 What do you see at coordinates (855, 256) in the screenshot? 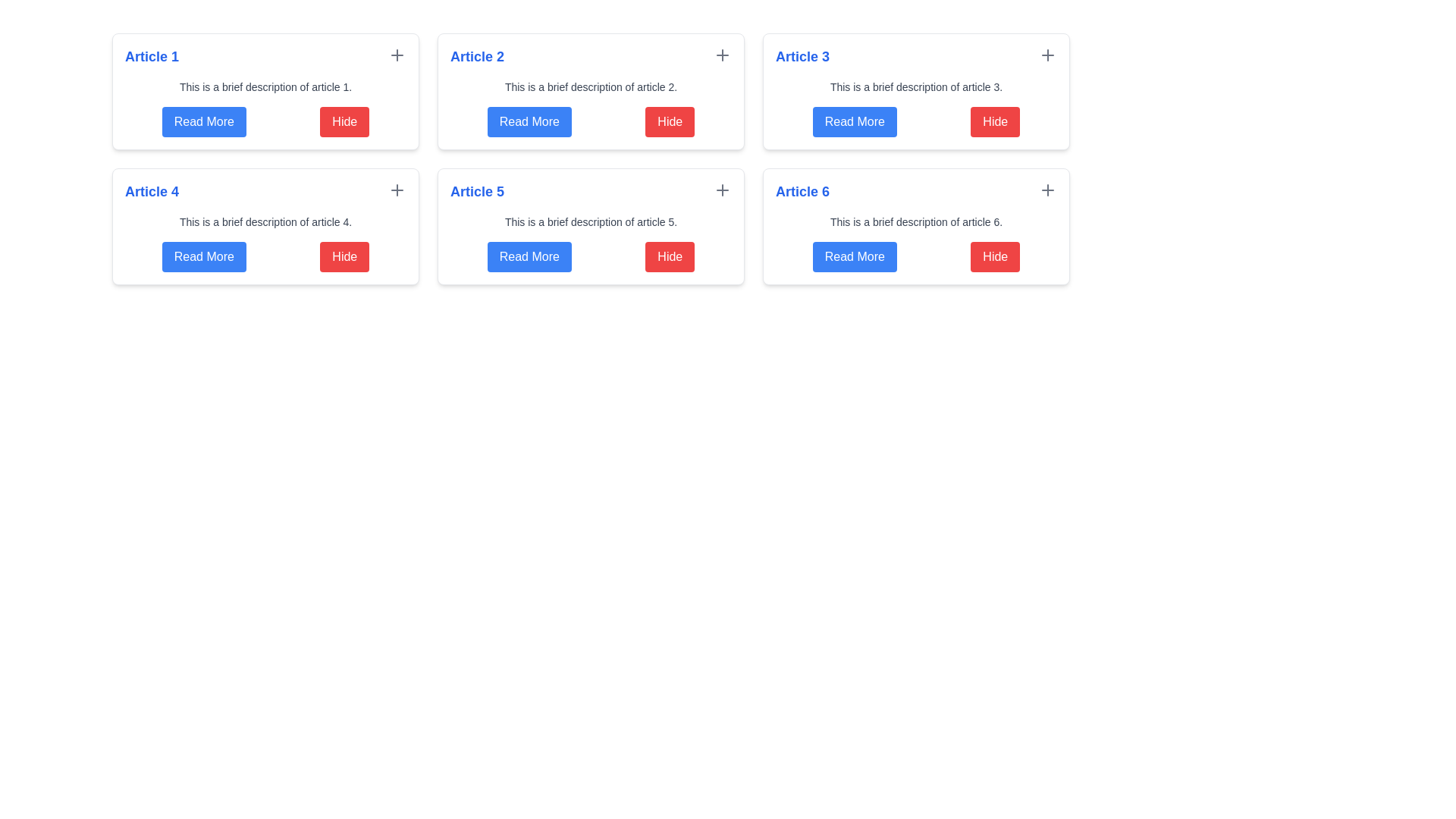
I see `the button` at bounding box center [855, 256].